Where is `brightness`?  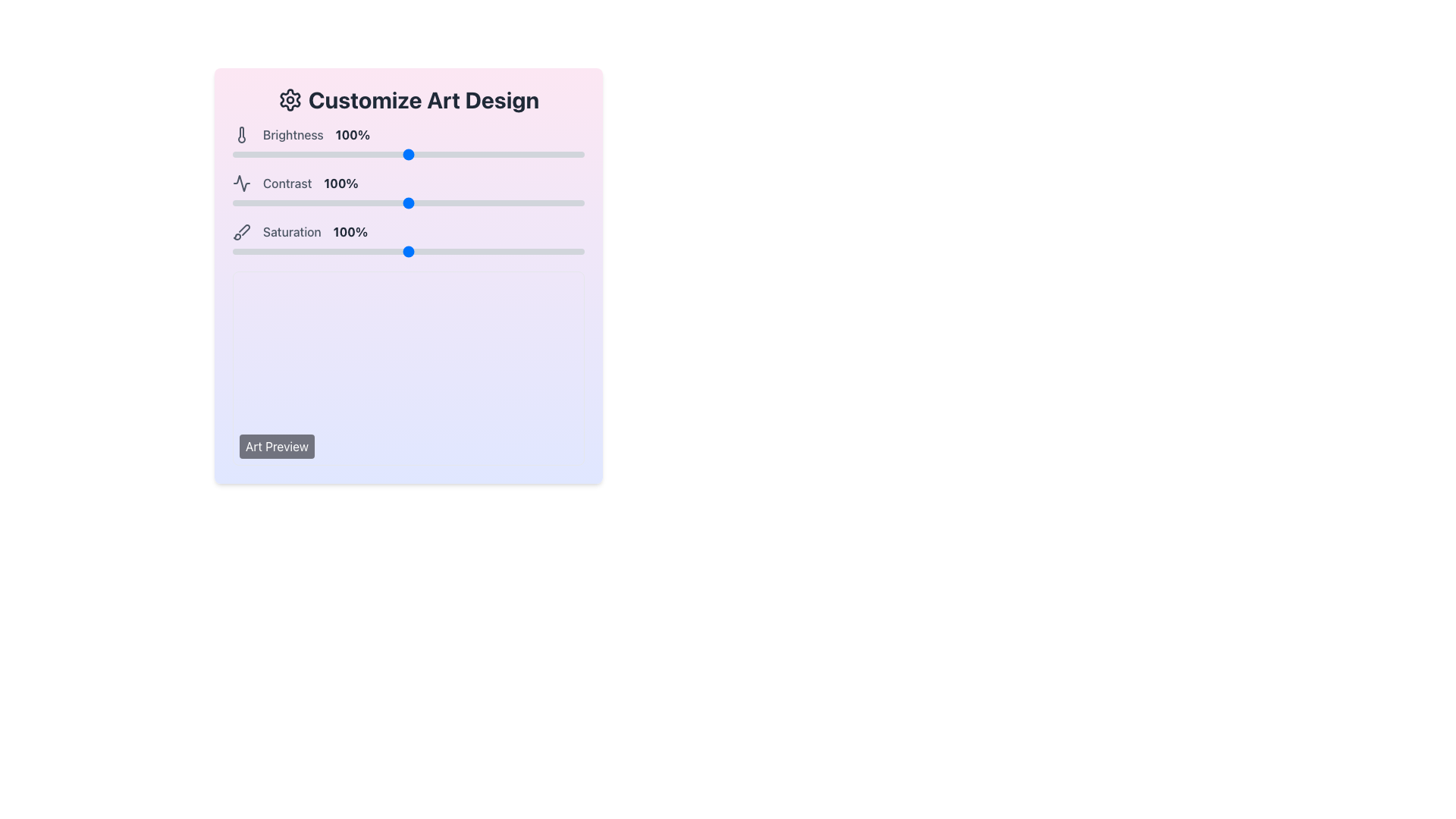
brightness is located at coordinates (436, 155).